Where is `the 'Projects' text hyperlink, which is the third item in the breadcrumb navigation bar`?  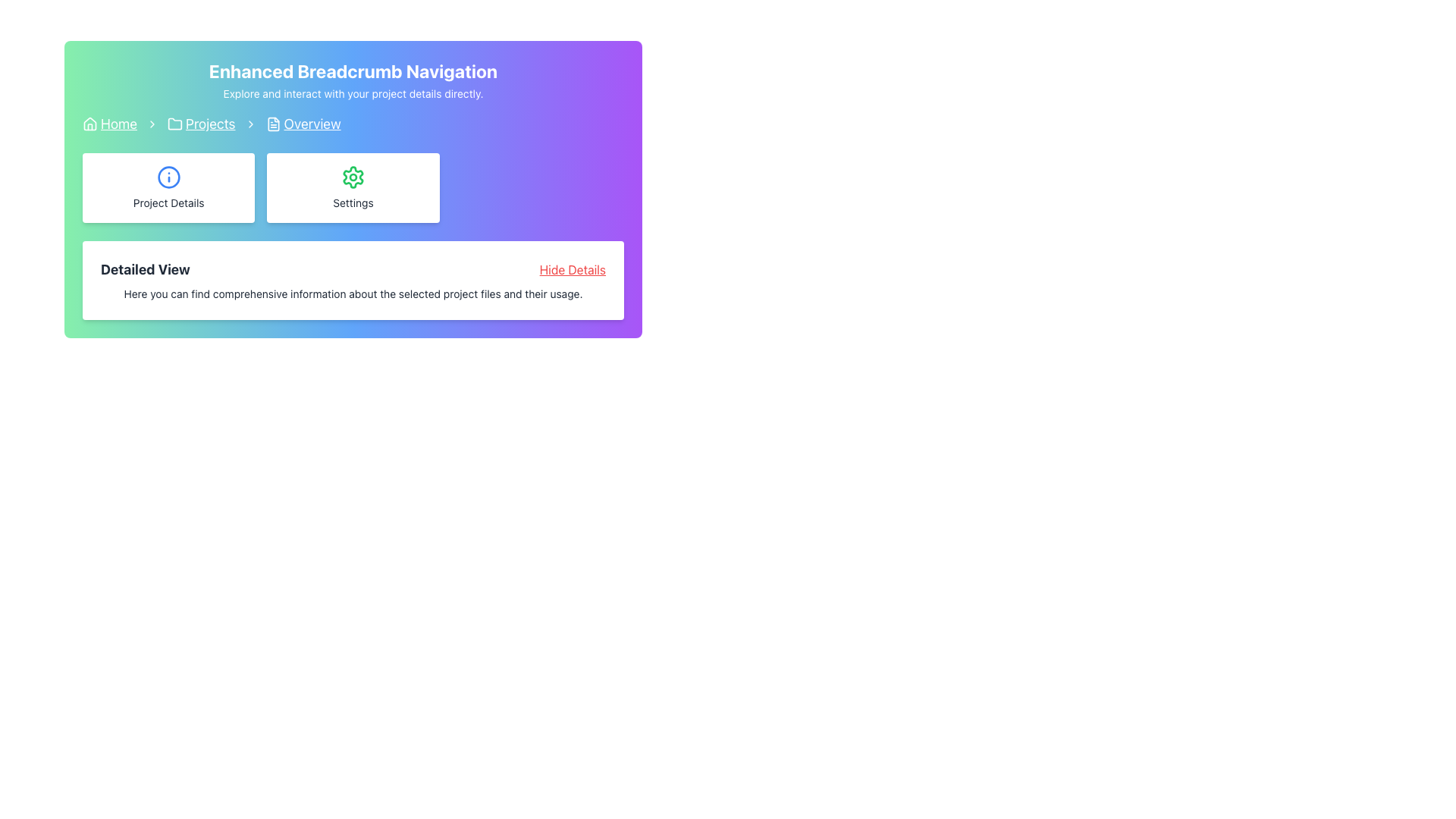
the 'Projects' text hyperlink, which is the third item in the breadcrumb navigation bar is located at coordinates (209, 124).